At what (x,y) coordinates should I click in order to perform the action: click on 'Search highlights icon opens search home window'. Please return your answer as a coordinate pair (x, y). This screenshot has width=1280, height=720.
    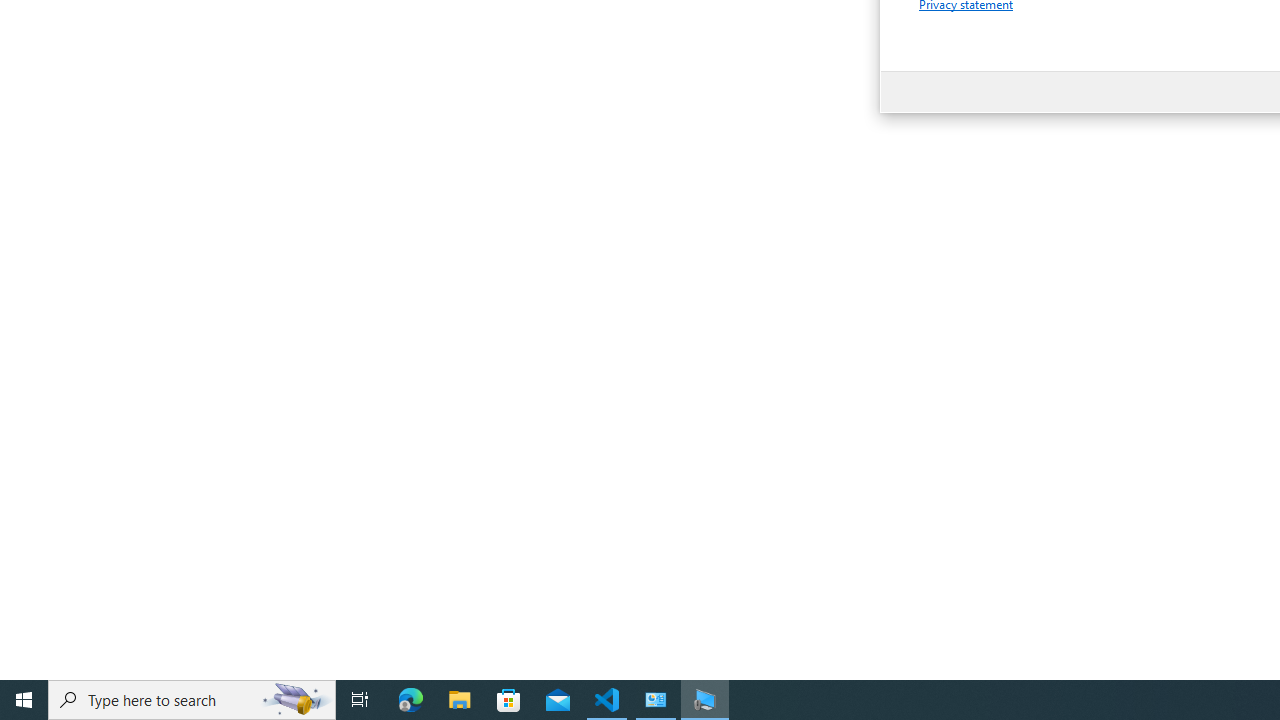
    Looking at the image, I should click on (294, 698).